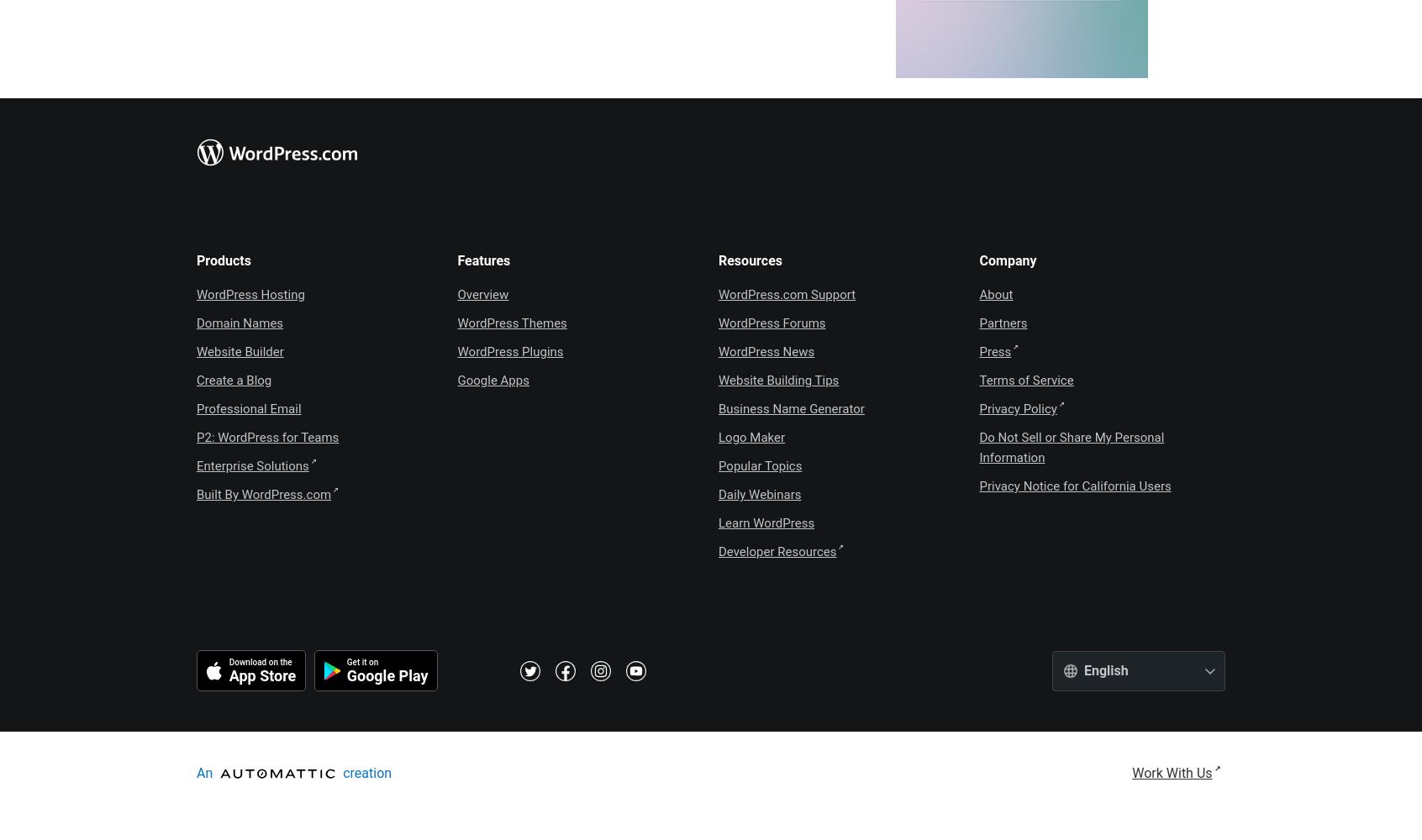  Describe the element at coordinates (197, 773) in the screenshot. I see `'An'` at that location.